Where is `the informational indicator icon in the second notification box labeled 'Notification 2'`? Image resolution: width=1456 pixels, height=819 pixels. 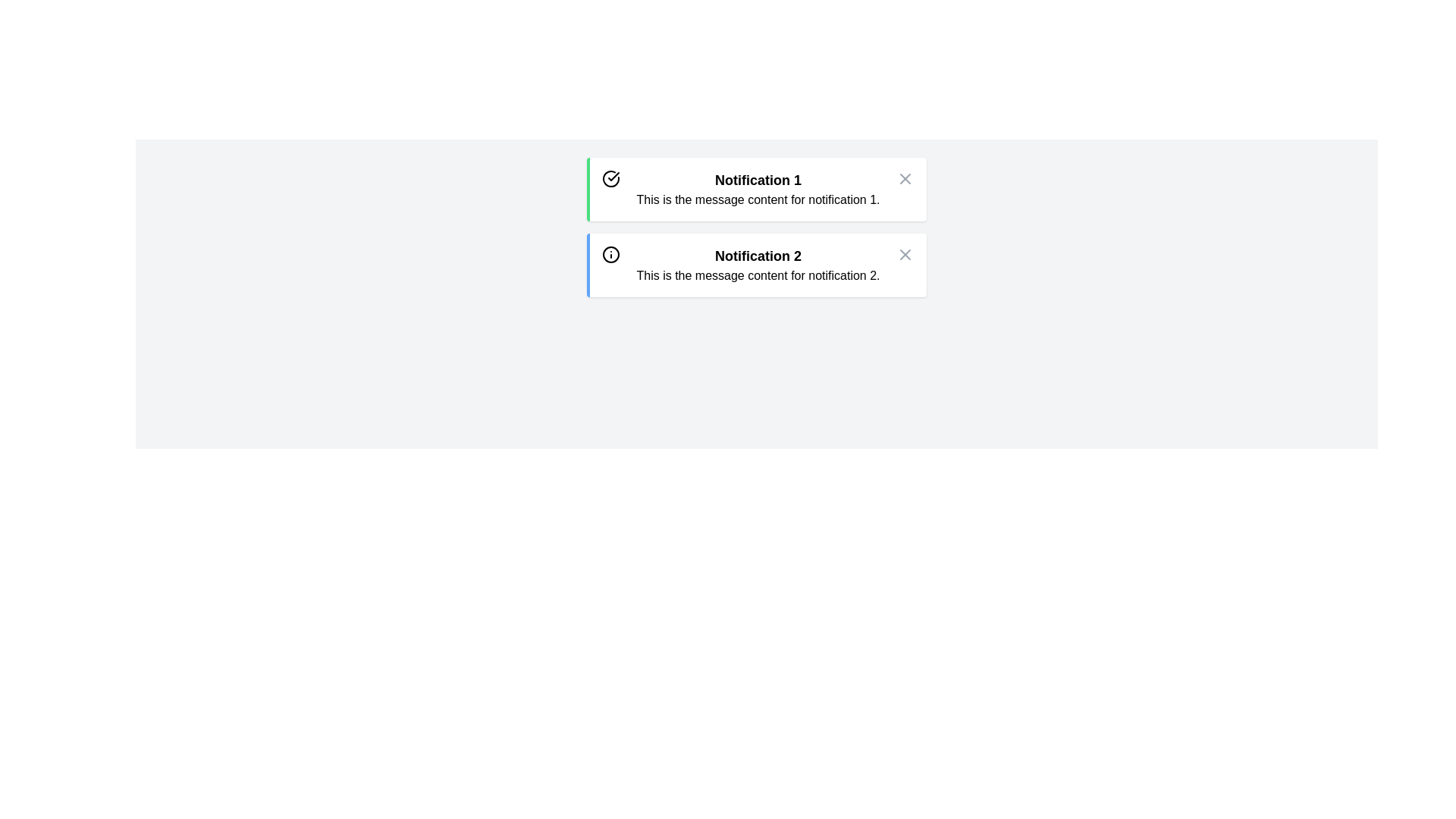
the informational indicator icon in the second notification box labeled 'Notification 2' is located at coordinates (611, 253).